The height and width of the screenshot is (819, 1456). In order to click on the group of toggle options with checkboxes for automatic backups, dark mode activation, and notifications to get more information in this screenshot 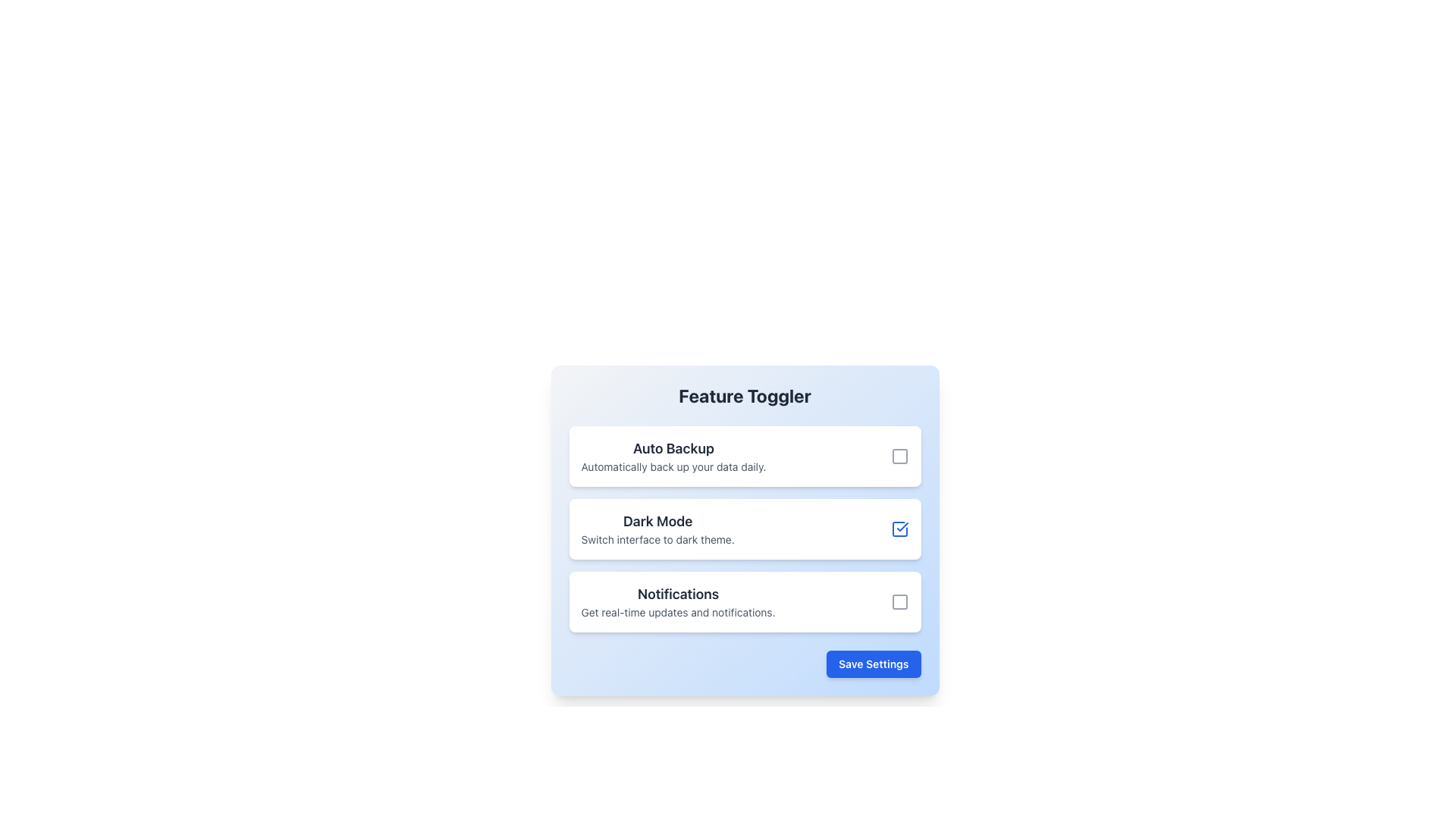, I will do `click(745, 529)`.